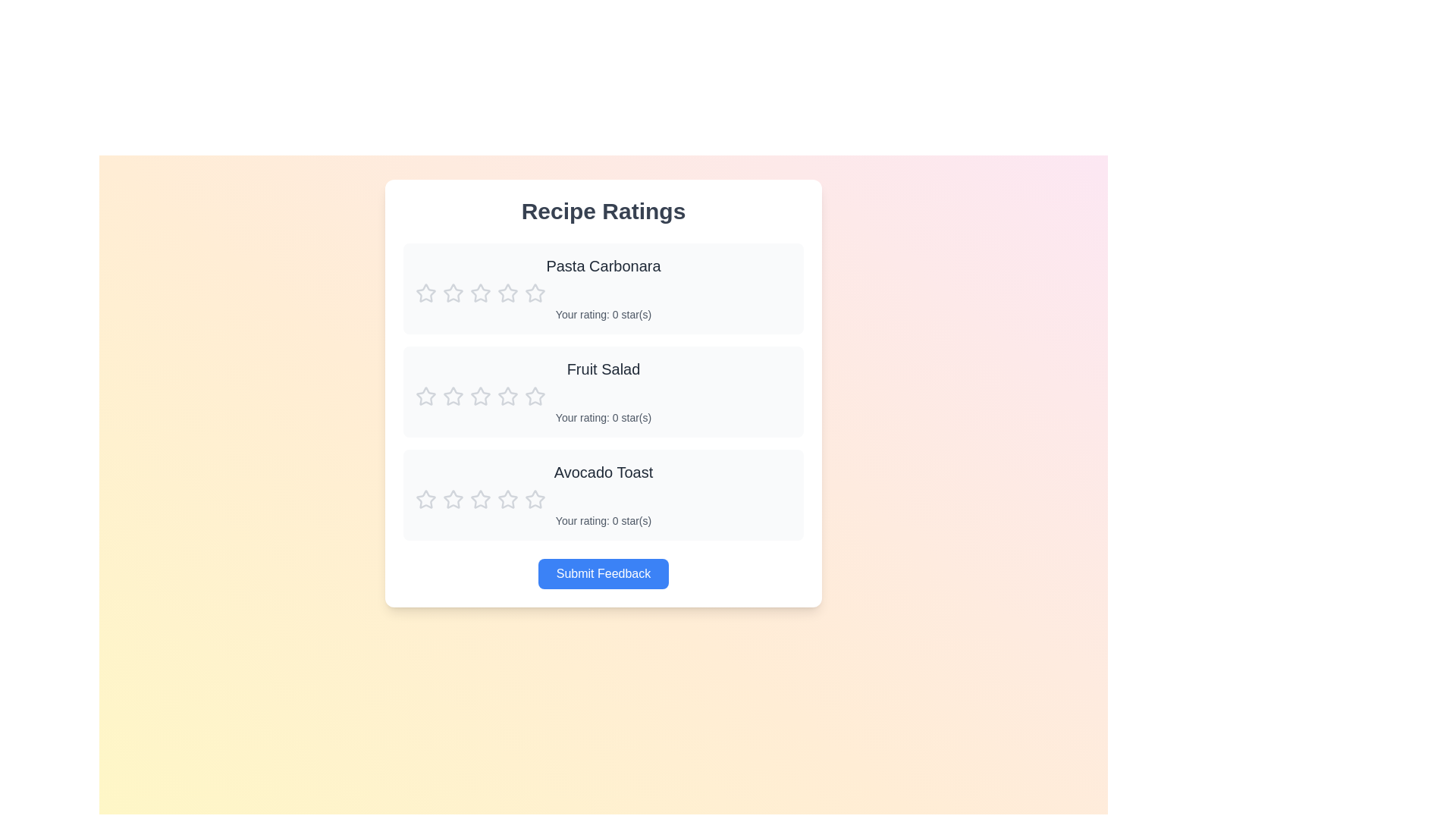 Image resolution: width=1456 pixels, height=819 pixels. What do you see at coordinates (508, 293) in the screenshot?
I see `the third star icon in the 'Recipe Ratings' card labeled 'Pasta Carbonara' to provide a rating` at bounding box center [508, 293].